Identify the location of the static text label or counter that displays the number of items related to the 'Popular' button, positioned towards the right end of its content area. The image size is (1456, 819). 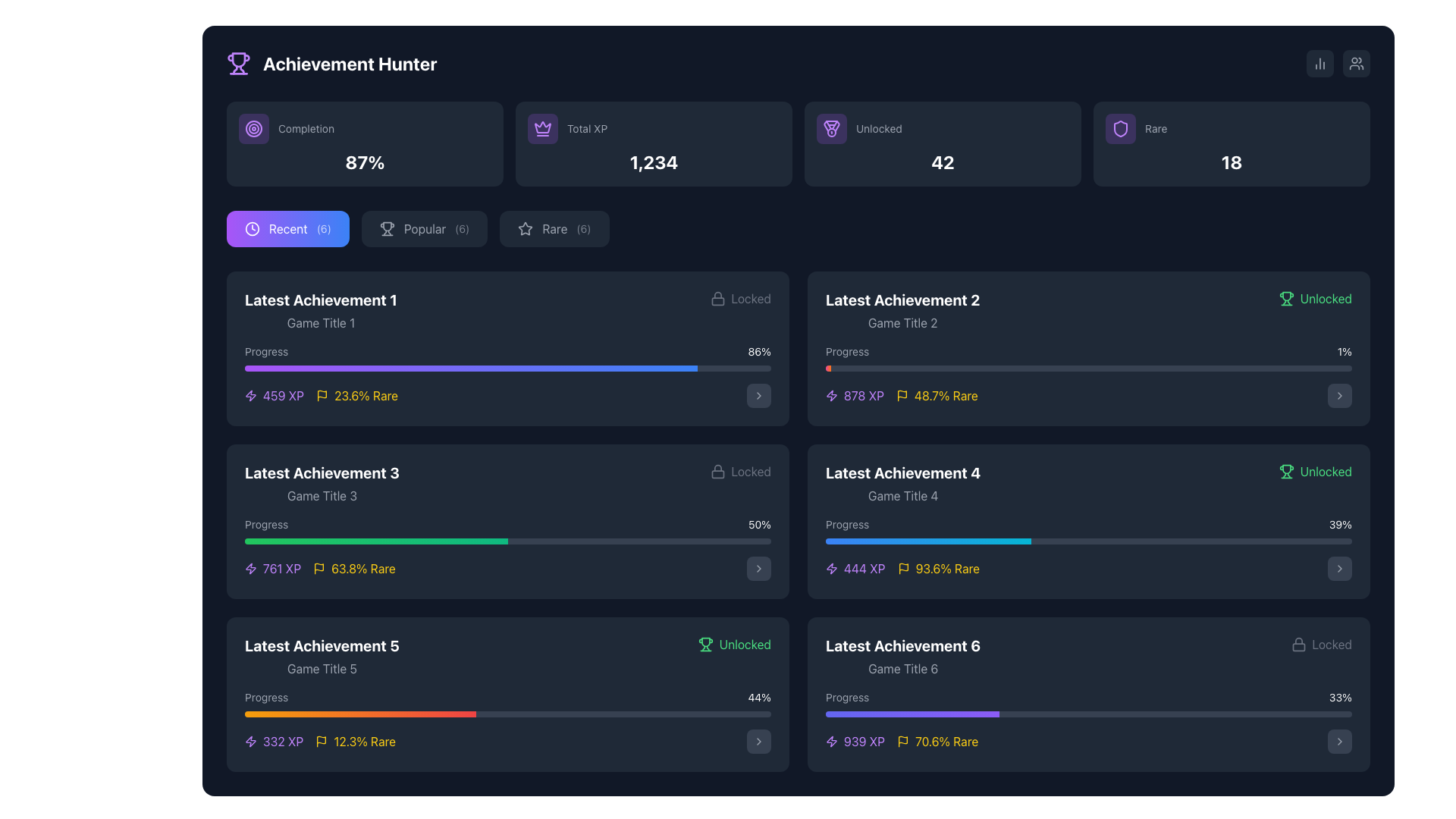
(461, 228).